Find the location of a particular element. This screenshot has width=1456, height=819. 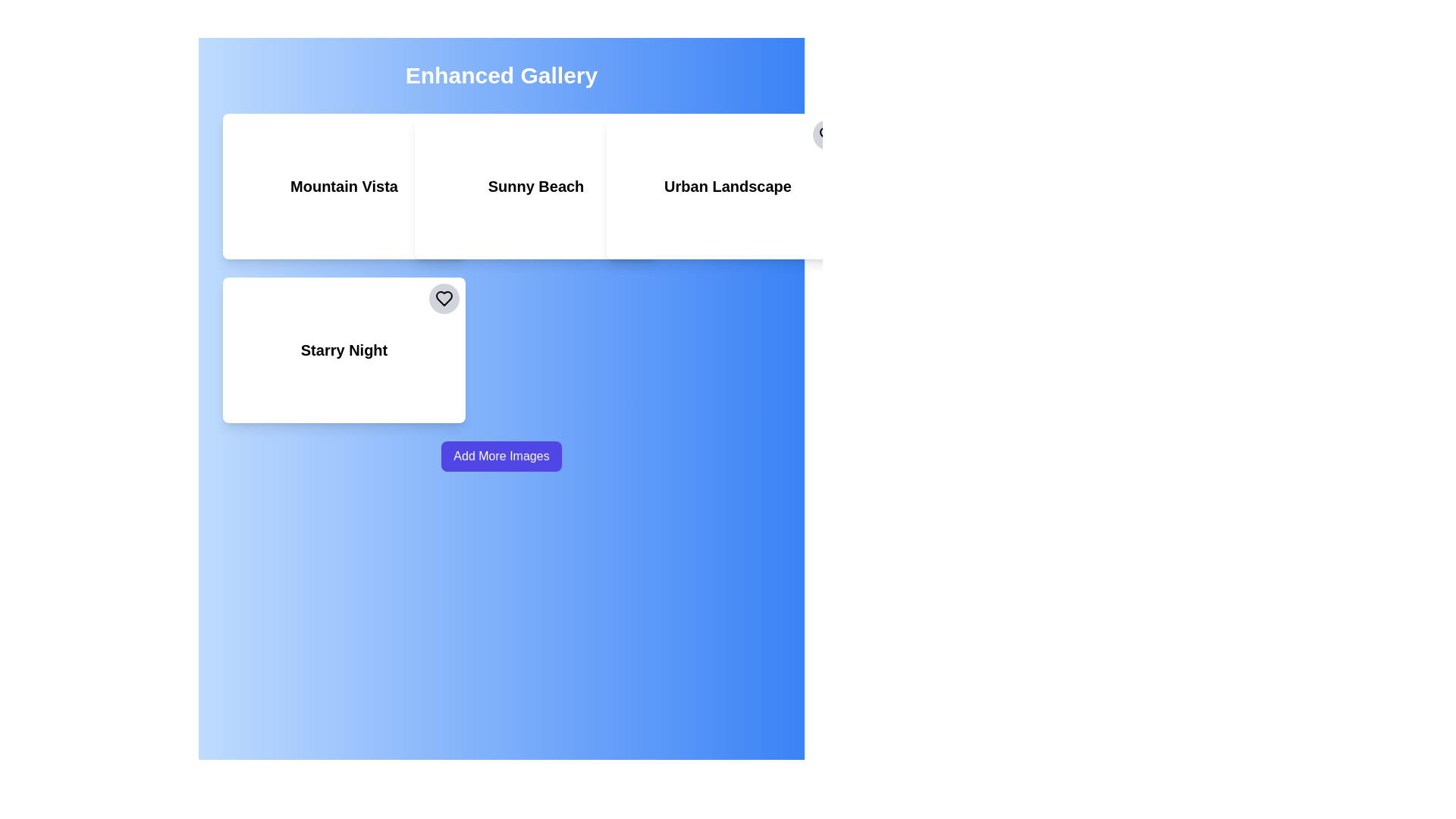

the 'like' button with an icon located in the top-right corner of the 'Starry Night' card is located at coordinates (443, 298).